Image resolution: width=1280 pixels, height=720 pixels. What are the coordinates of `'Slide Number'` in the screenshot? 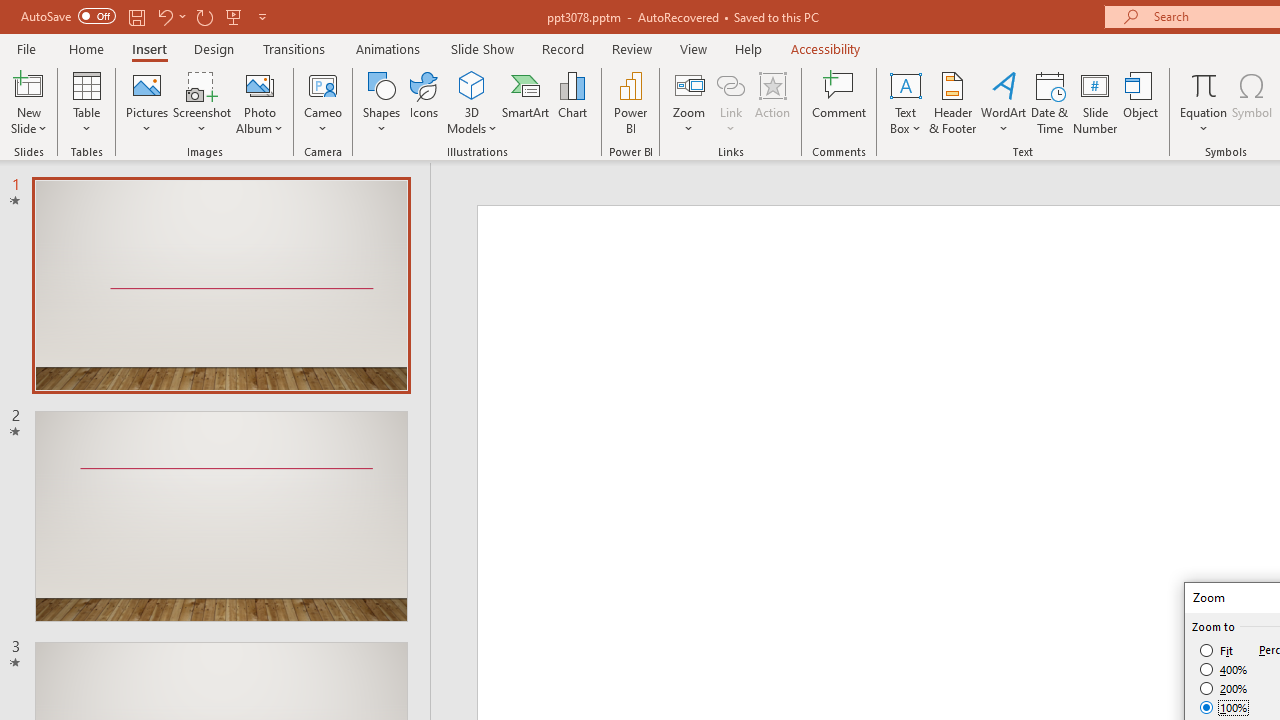 It's located at (1094, 103).